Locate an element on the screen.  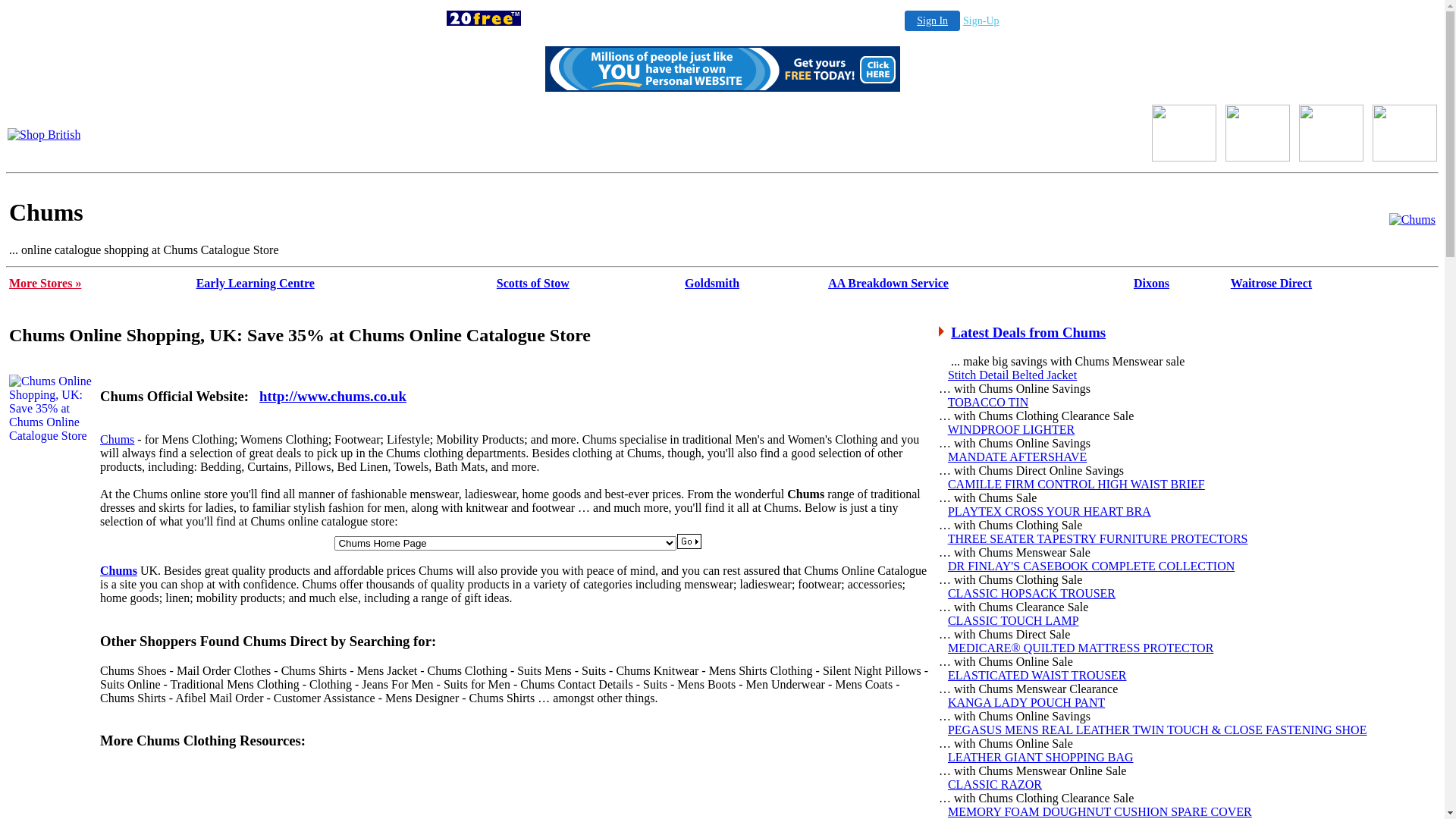
'Shop British' is located at coordinates (1151, 157).